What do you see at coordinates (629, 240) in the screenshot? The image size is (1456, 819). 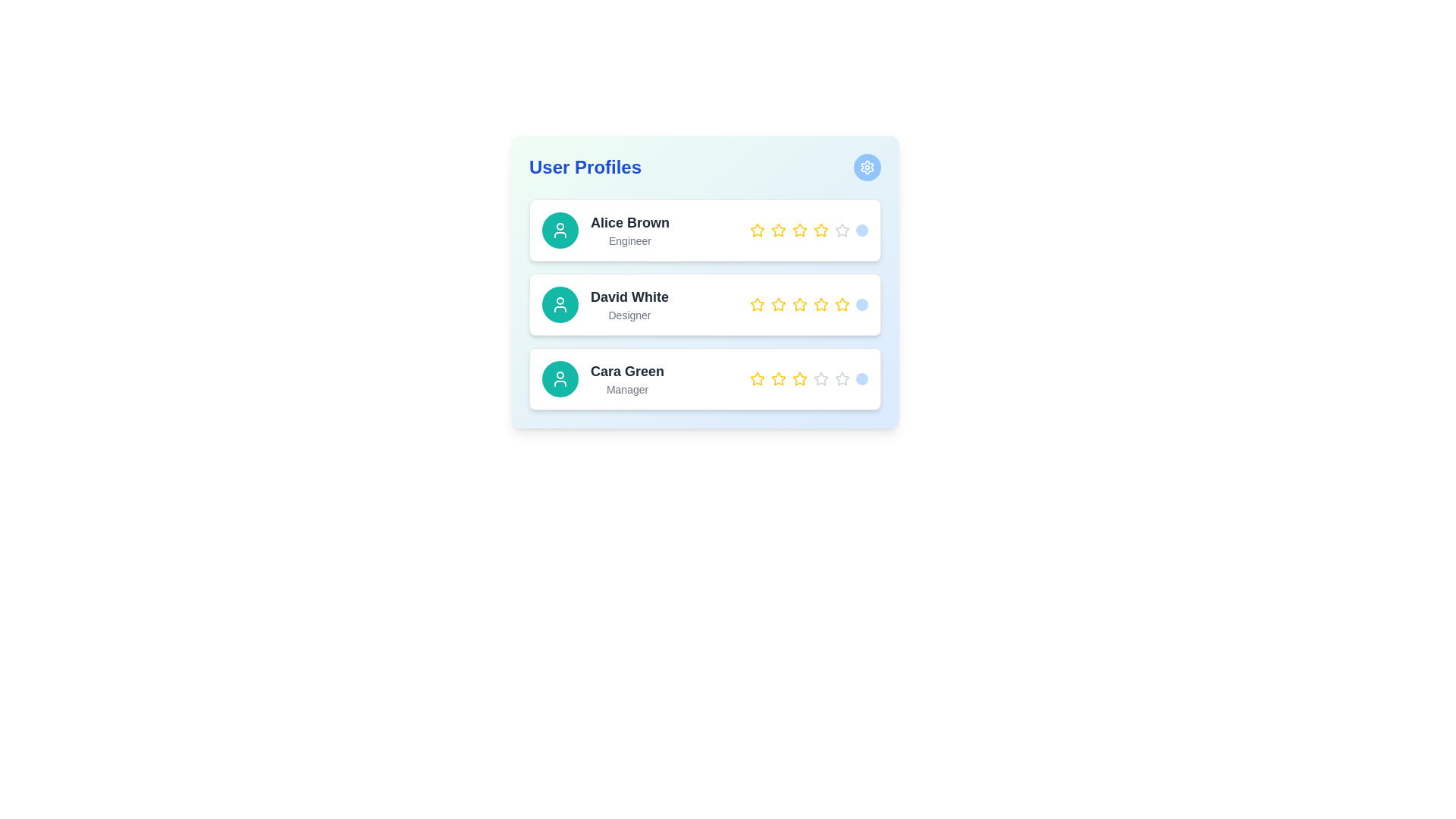 I see `the static text label that designates the job title for the user profile of 'Alice Brown', located directly below the name within the first user profile card` at bounding box center [629, 240].